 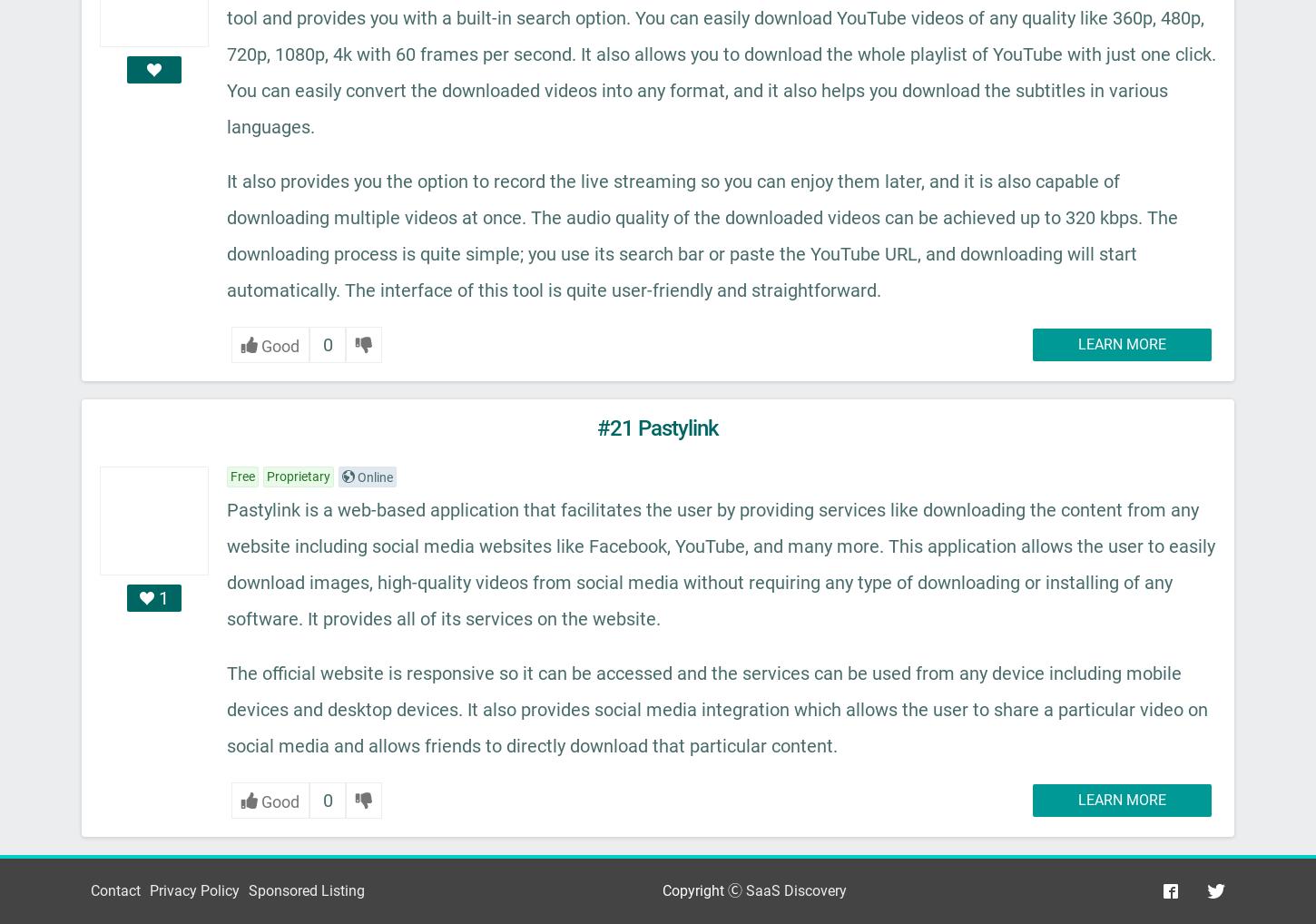 I want to click on '#21 Pastylink', so click(x=596, y=428).